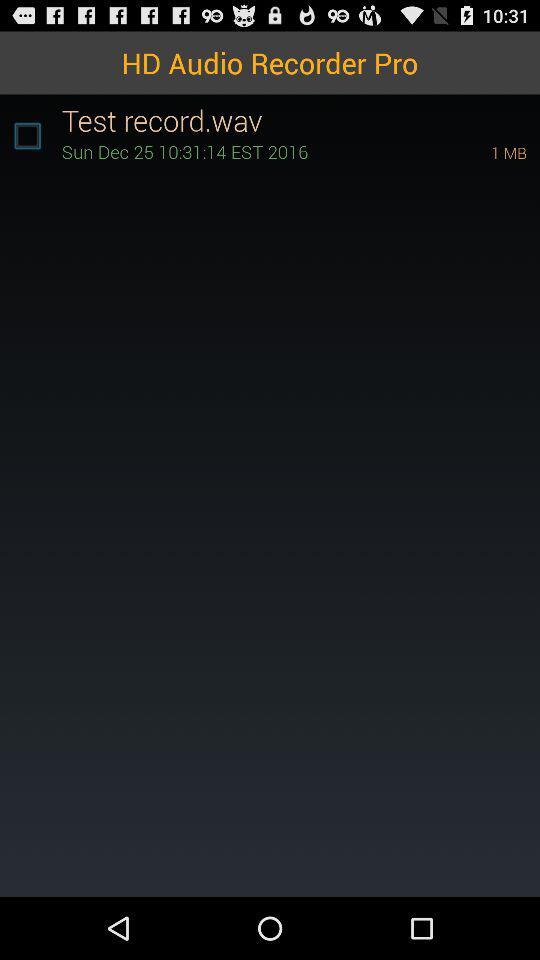 The height and width of the screenshot is (960, 540). Describe the element at coordinates (248, 150) in the screenshot. I see `icon to the left of the 1 mb item` at that location.